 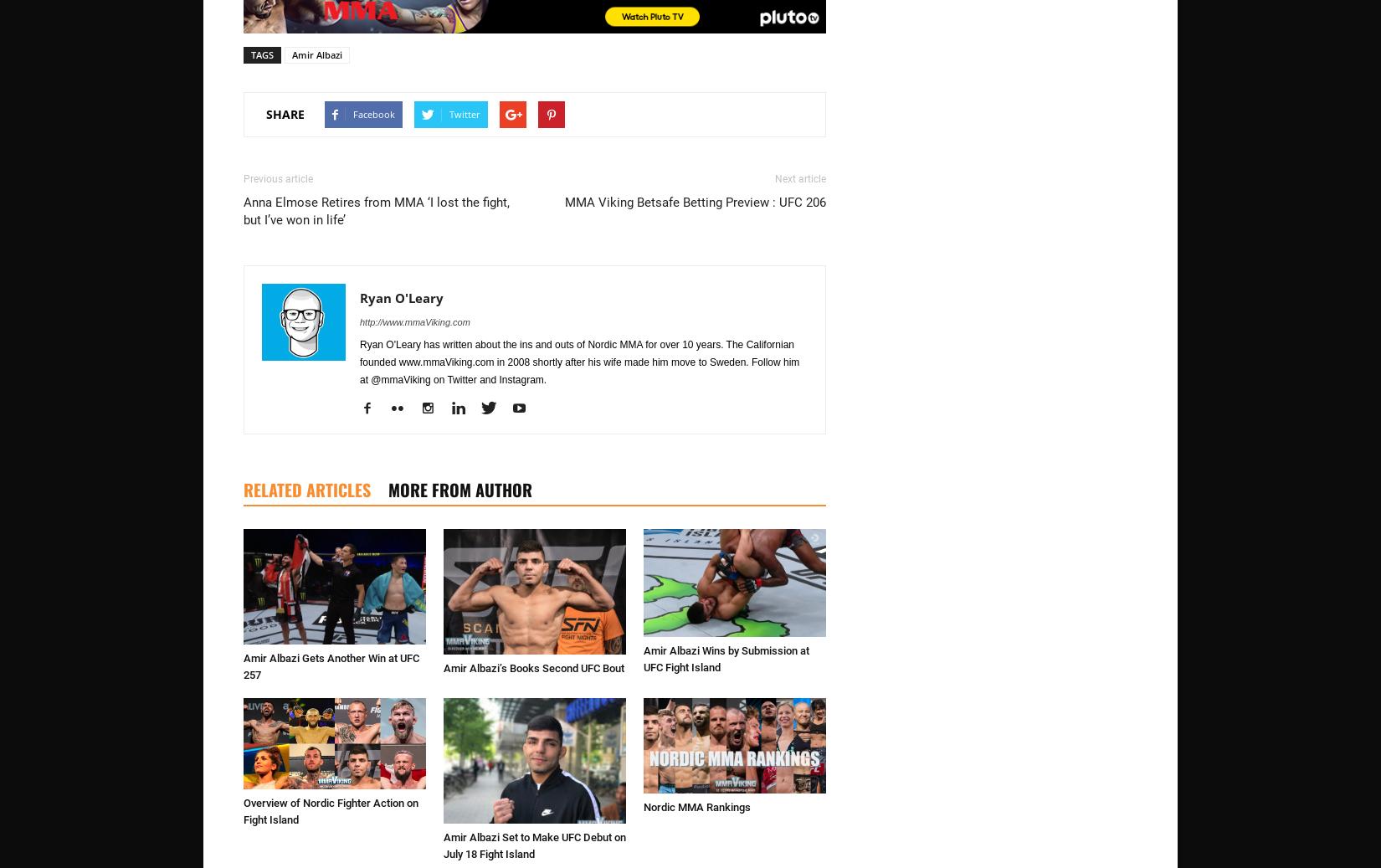 I want to click on 'MORE FROM AUTHOR', so click(x=459, y=489).